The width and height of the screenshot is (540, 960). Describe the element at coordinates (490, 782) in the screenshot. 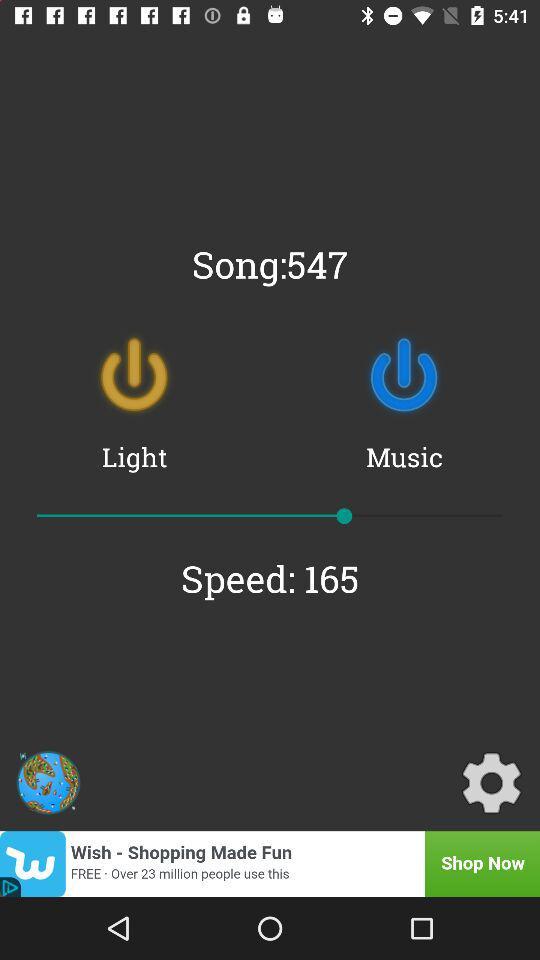

I see `the item at the bottom right corner` at that location.